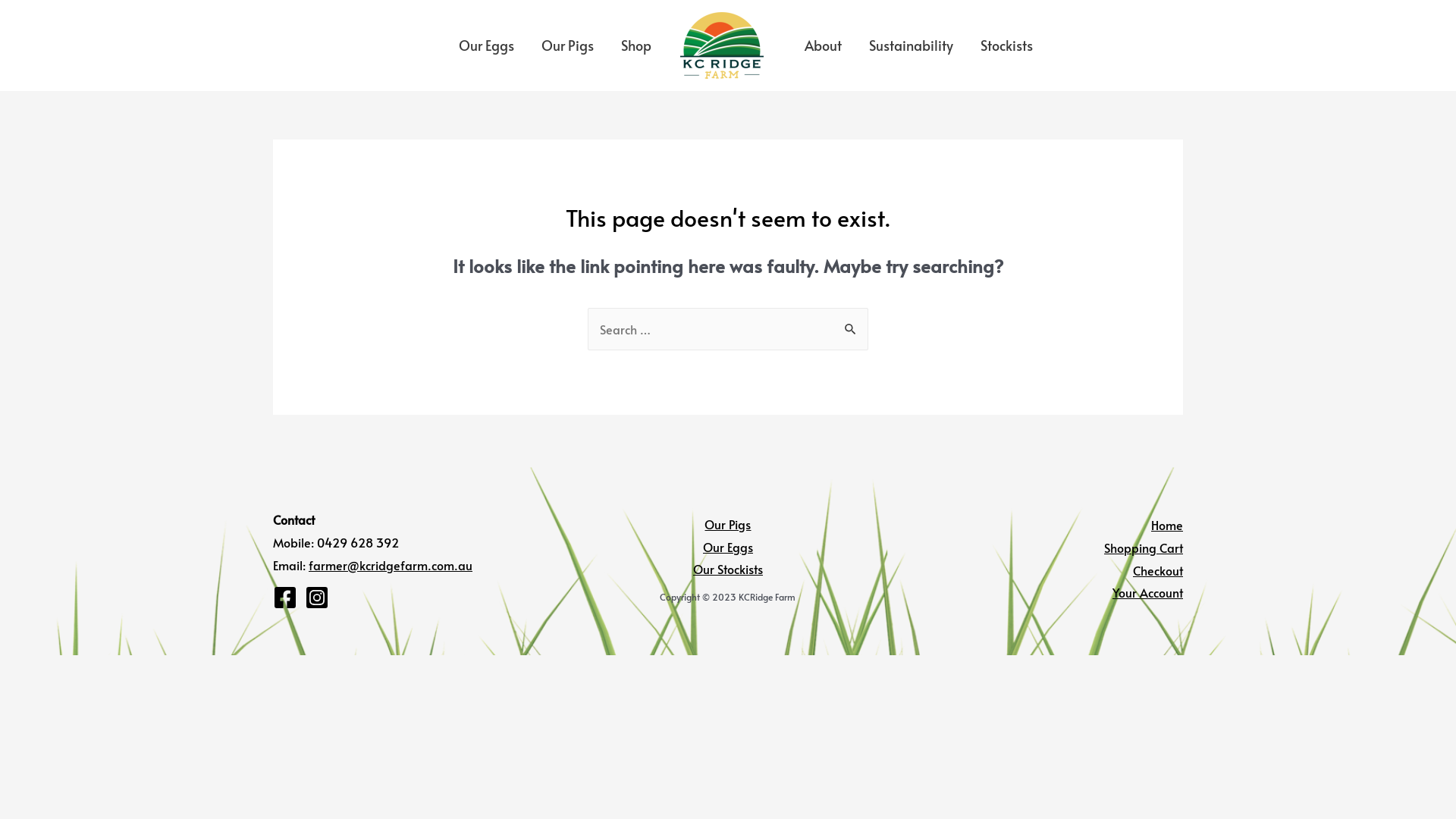 The height and width of the screenshot is (819, 1456). I want to click on 'About', so click(822, 45).